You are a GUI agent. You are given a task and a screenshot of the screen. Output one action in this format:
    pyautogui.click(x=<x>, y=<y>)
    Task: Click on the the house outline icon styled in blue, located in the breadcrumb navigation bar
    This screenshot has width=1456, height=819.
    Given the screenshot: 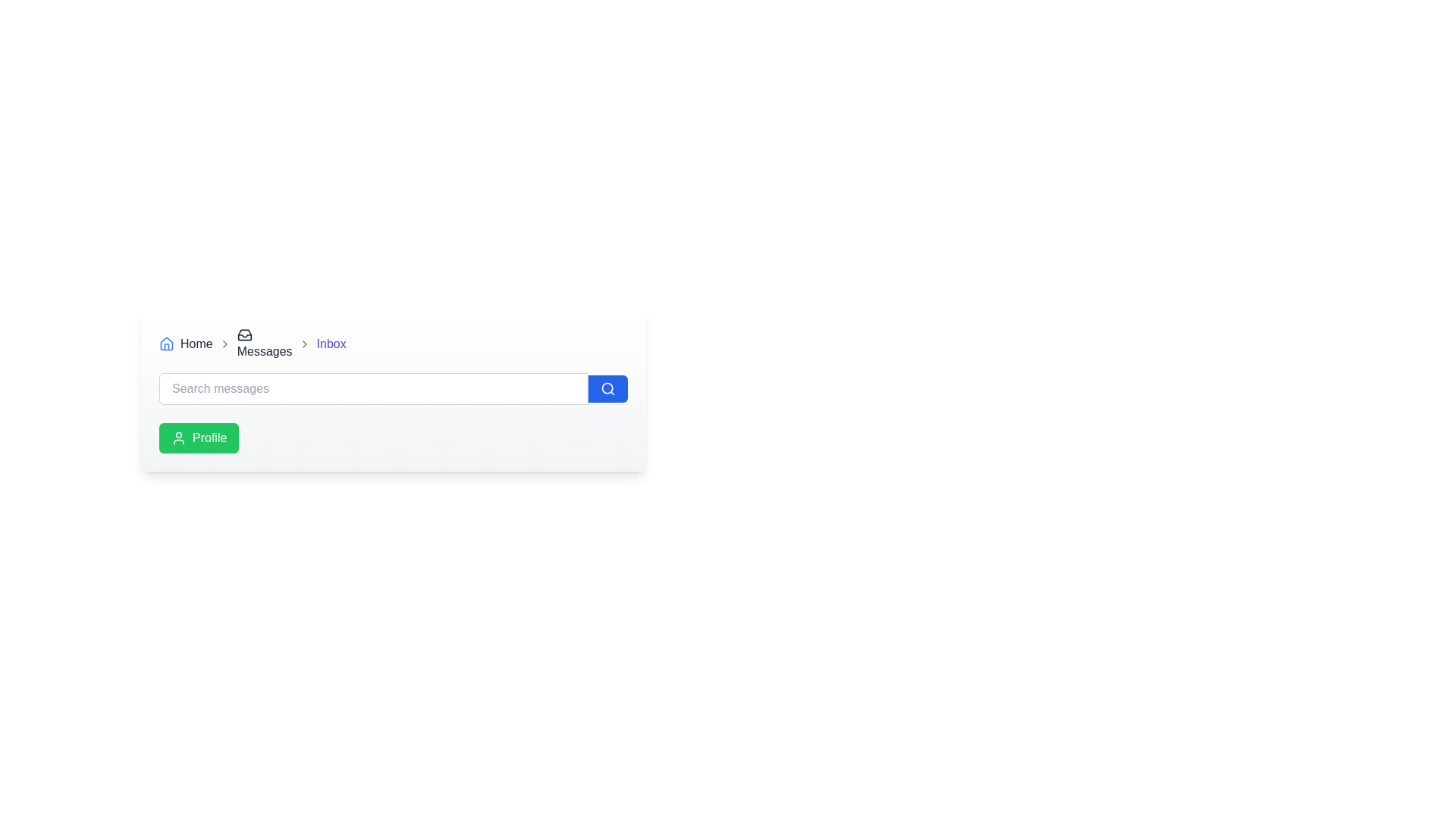 What is the action you would take?
    pyautogui.click(x=167, y=344)
    